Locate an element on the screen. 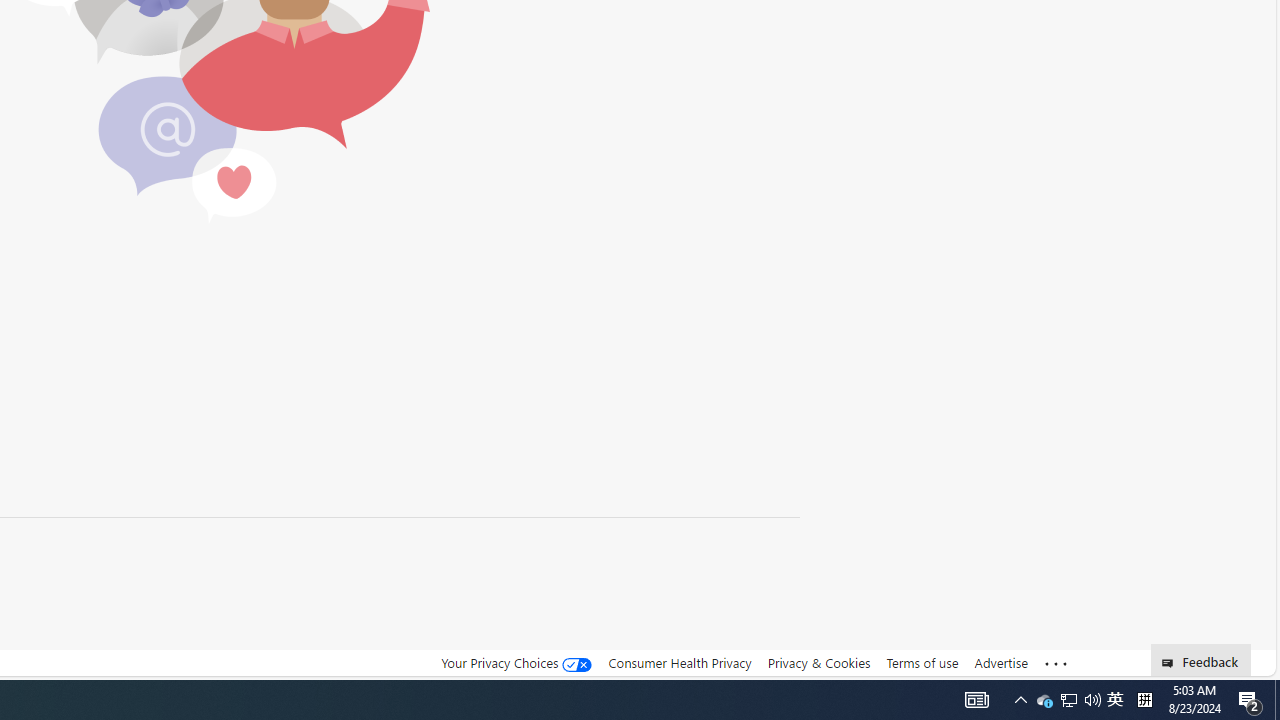 This screenshot has height=720, width=1280. 'Advertise' is located at coordinates (1000, 662).